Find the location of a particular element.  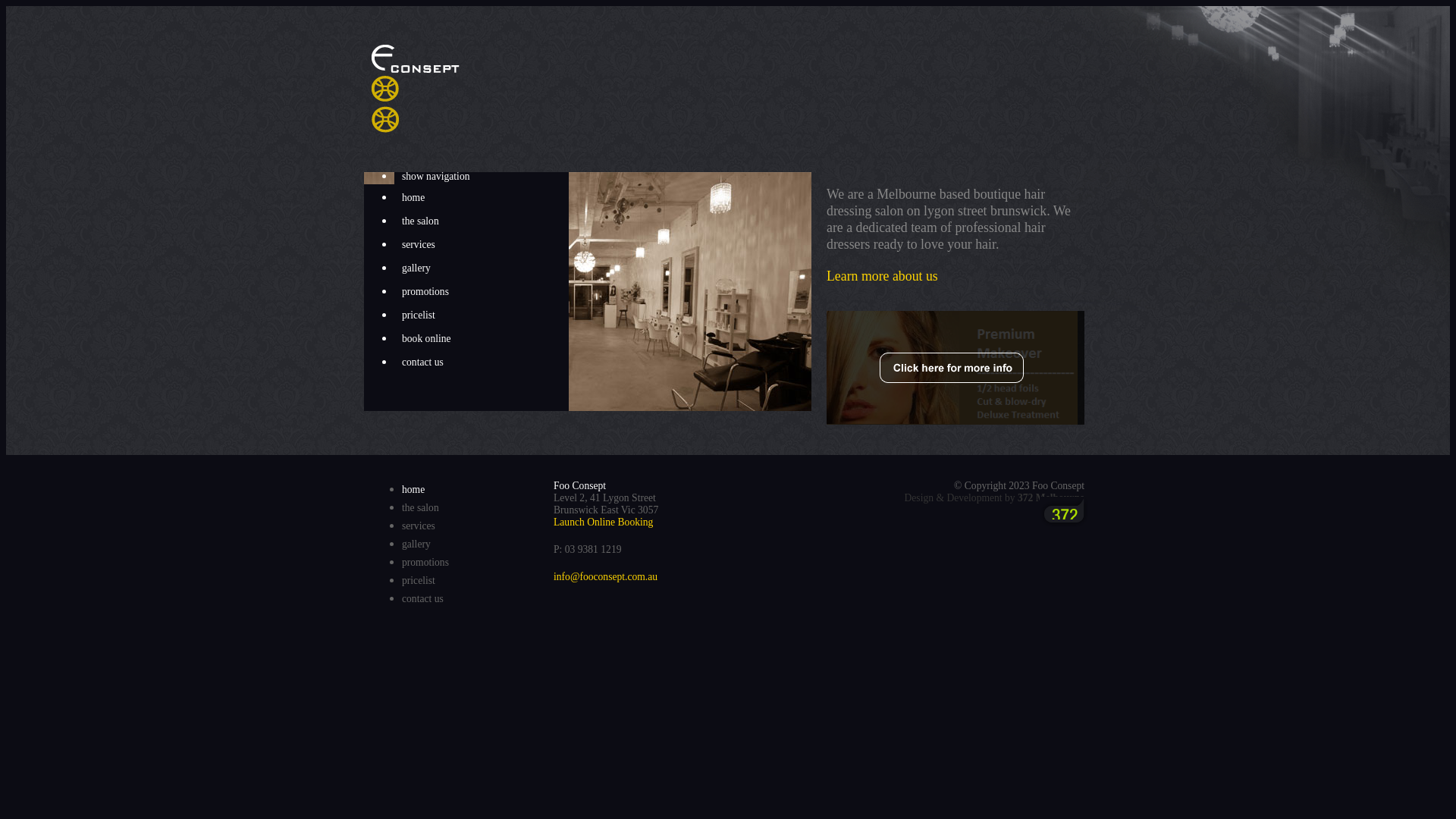

'contact us' is located at coordinates (422, 598).